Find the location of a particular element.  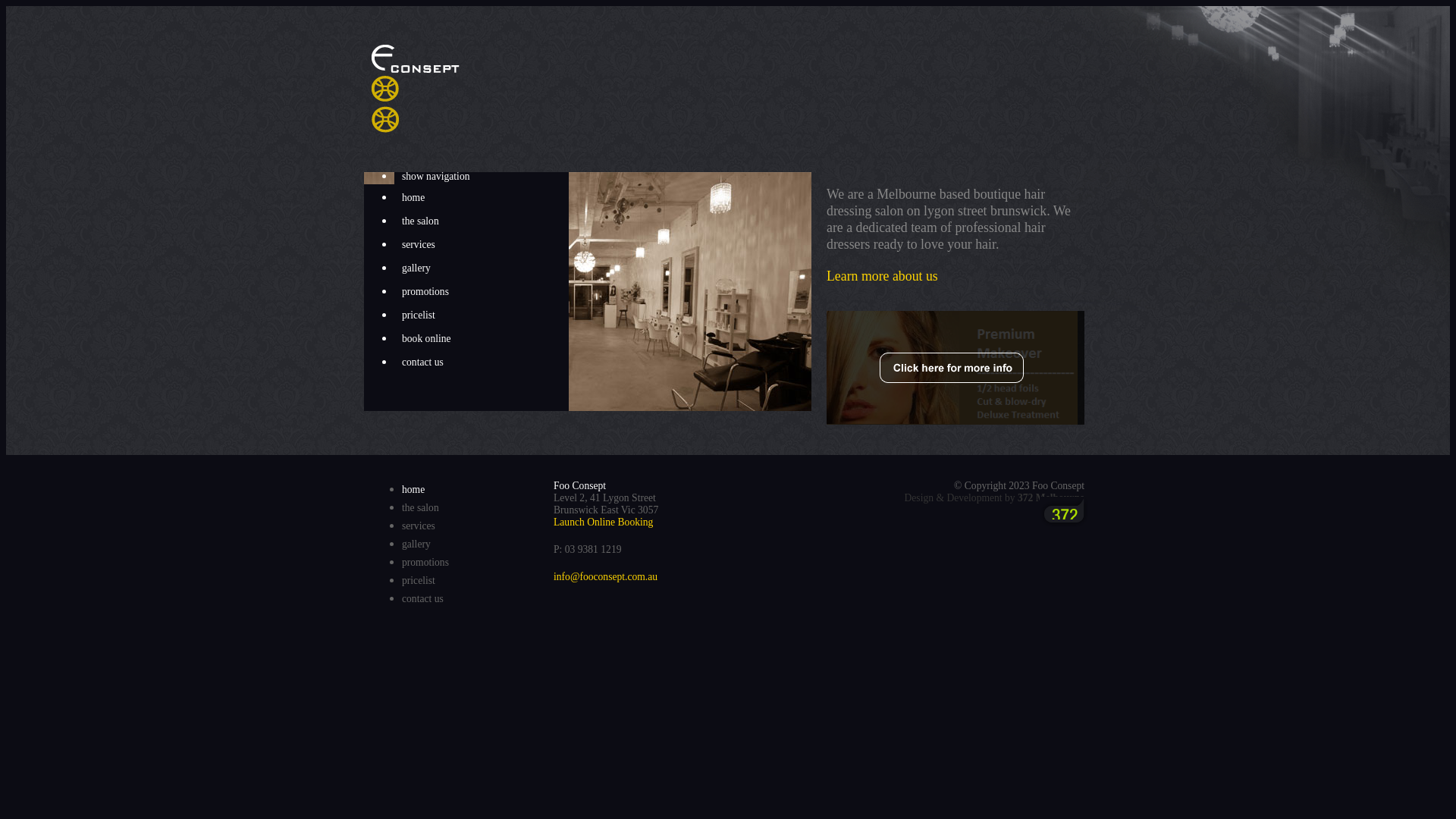

'contact us' is located at coordinates (422, 598).